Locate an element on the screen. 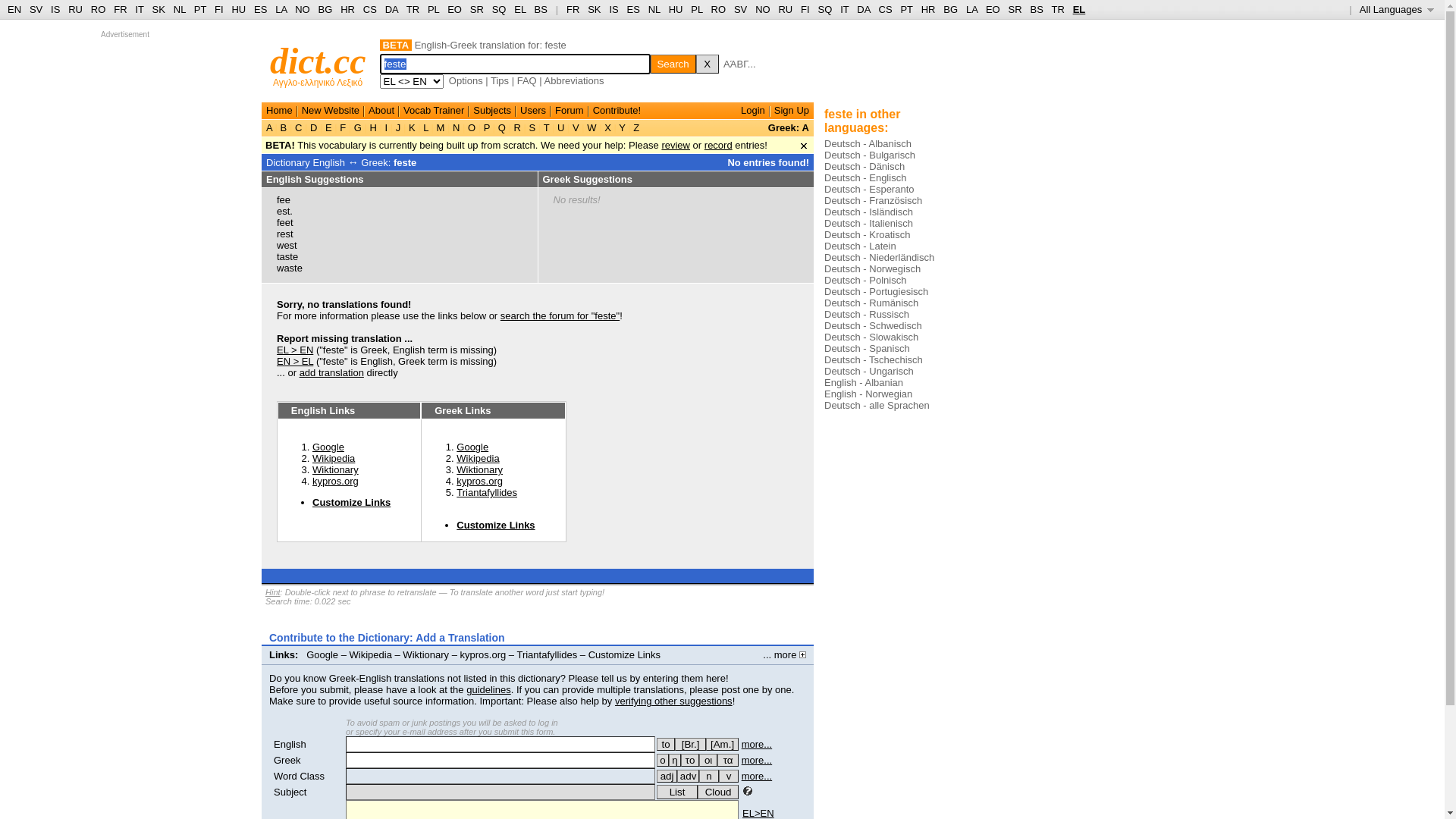  'BG' is located at coordinates (325, 9).